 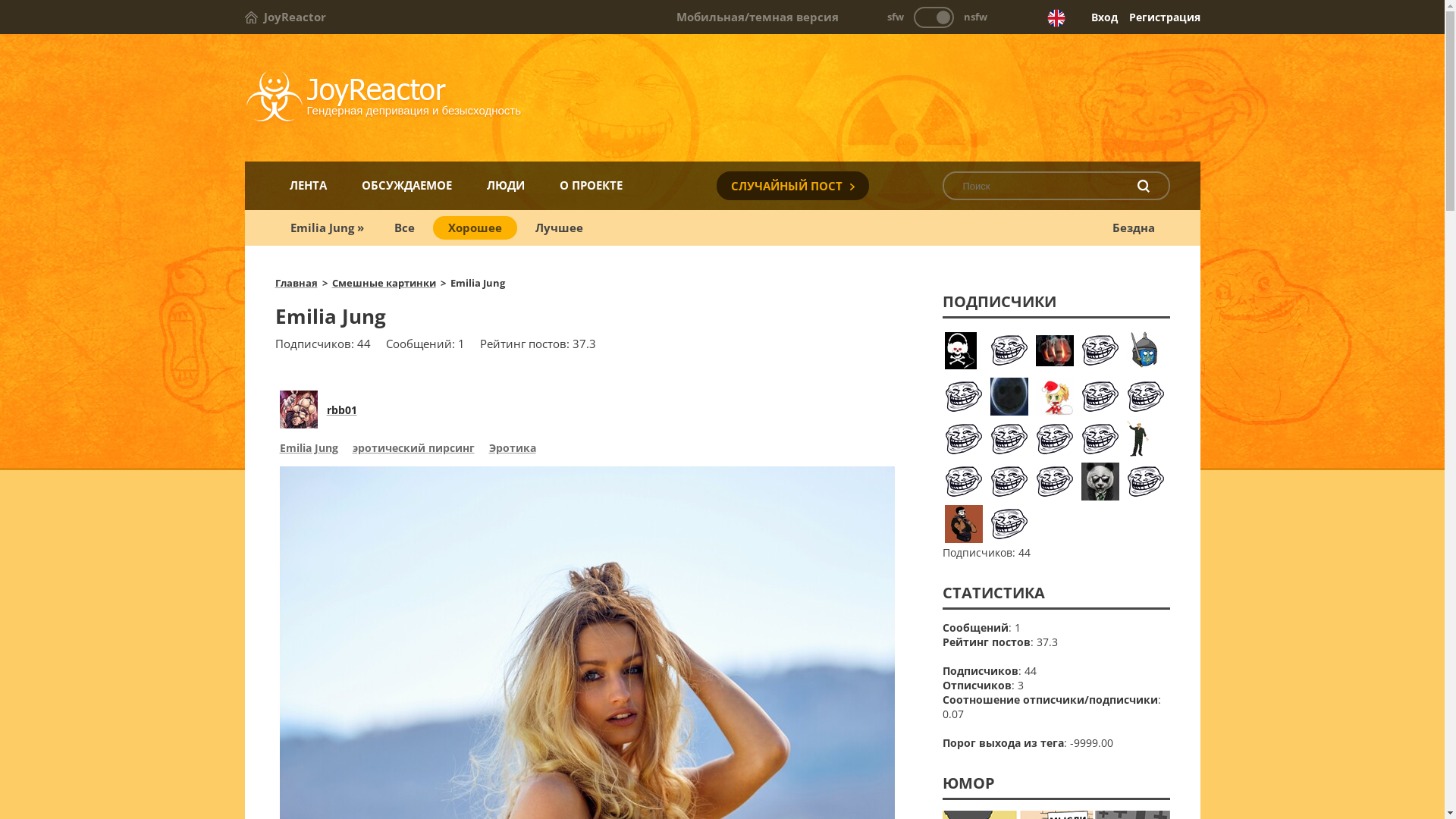 I want to click on 'English version', so click(x=1046, y=17).